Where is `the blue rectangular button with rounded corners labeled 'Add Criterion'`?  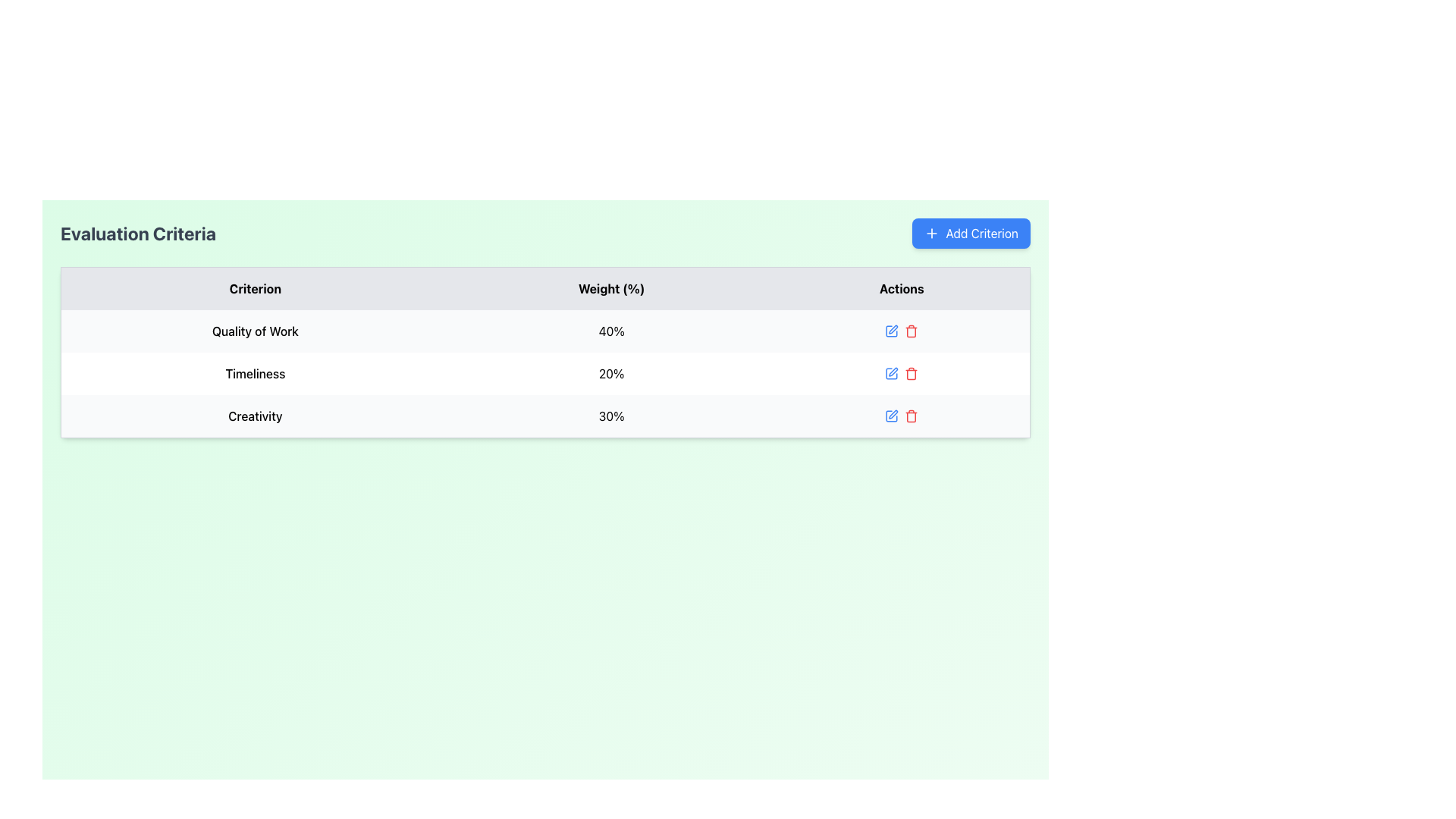
the blue rectangular button with rounded corners labeled 'Add Criterion' is located at coordinates (971, 234).